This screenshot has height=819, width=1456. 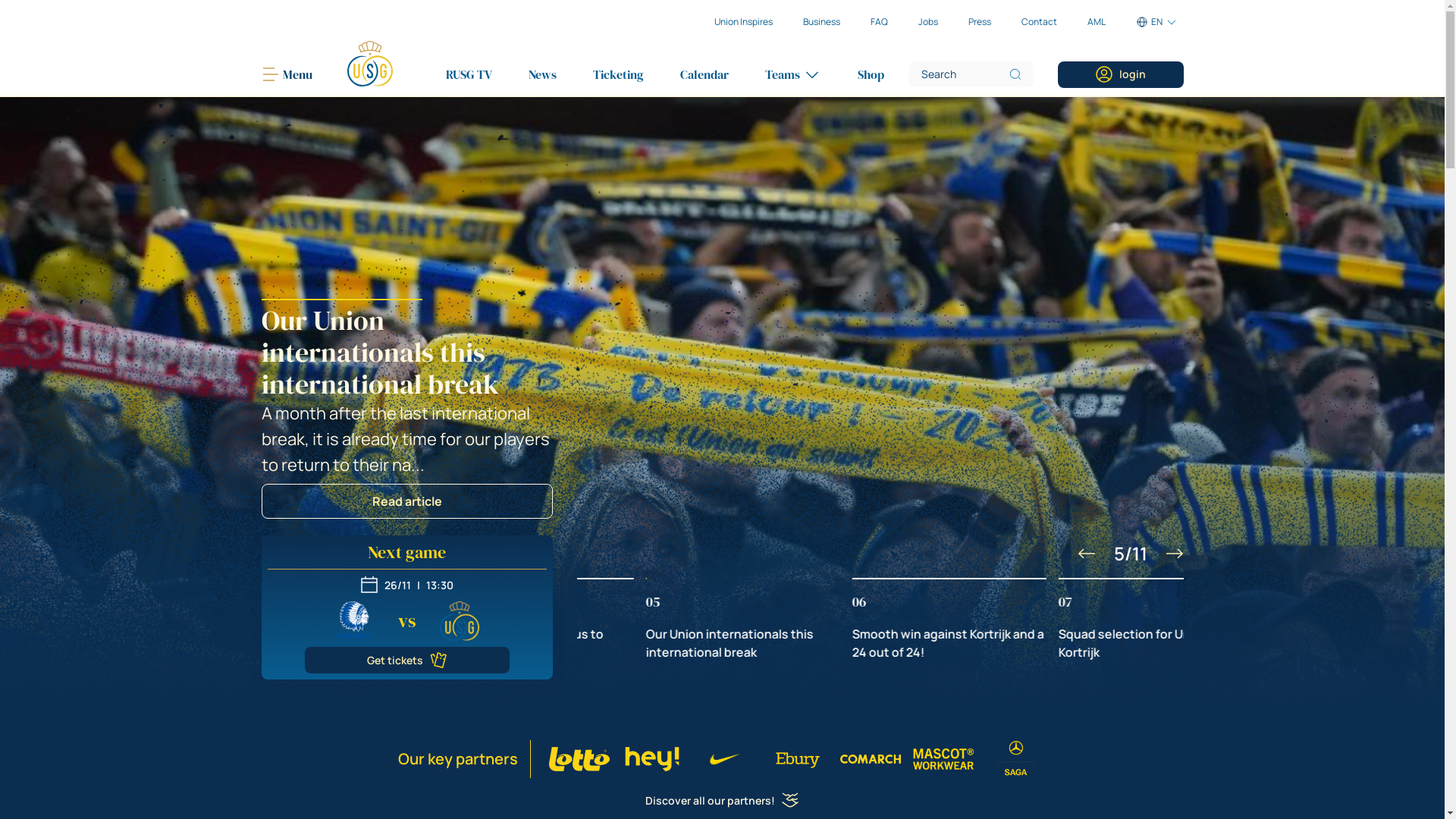 What do you see at coordinates (792, 74) in the screenshot?
I see `'Teams'` at bounding box center [792, 74].